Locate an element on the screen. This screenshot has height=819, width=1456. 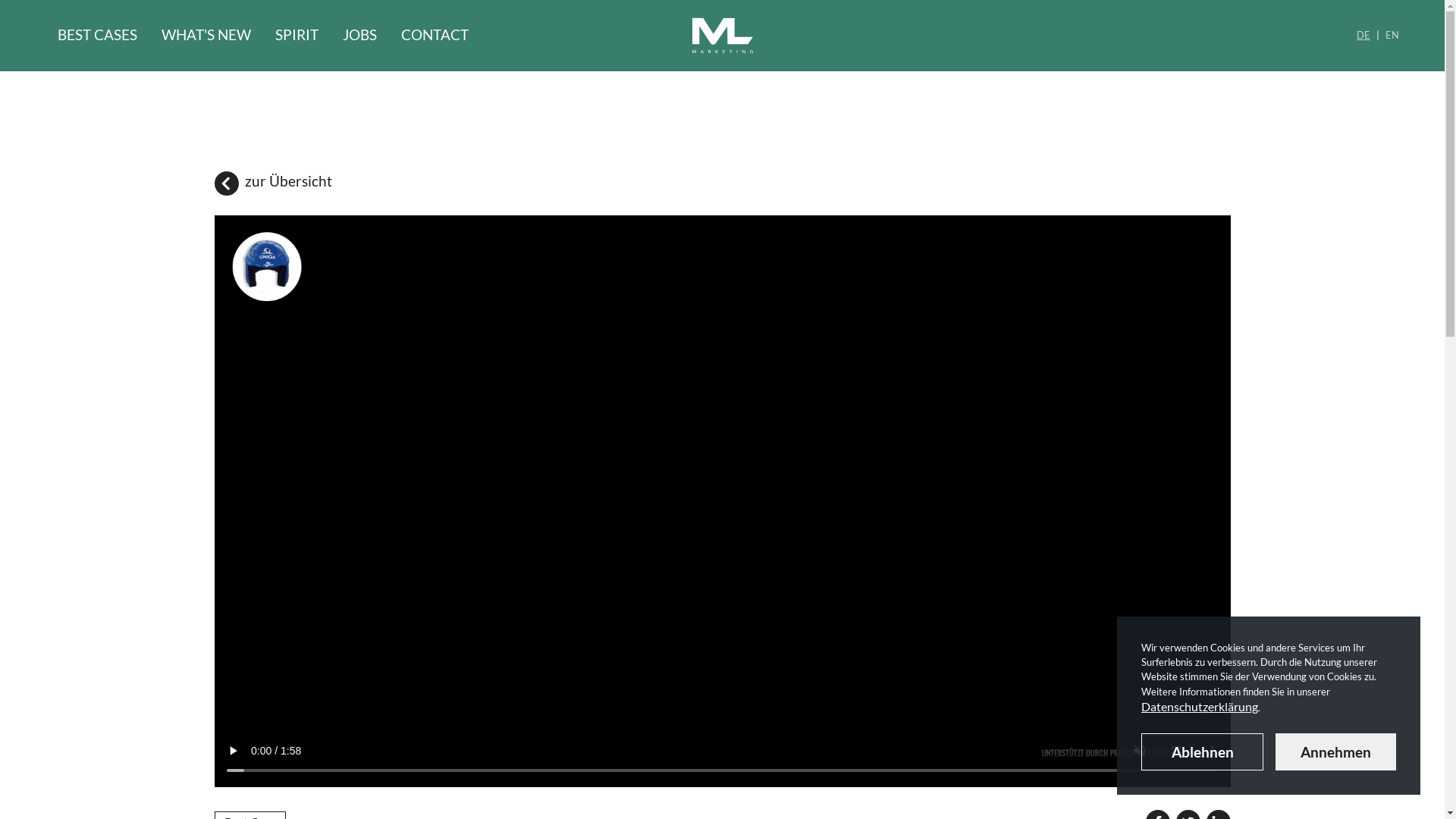
'EN' is located at coordinates (1385, 35).